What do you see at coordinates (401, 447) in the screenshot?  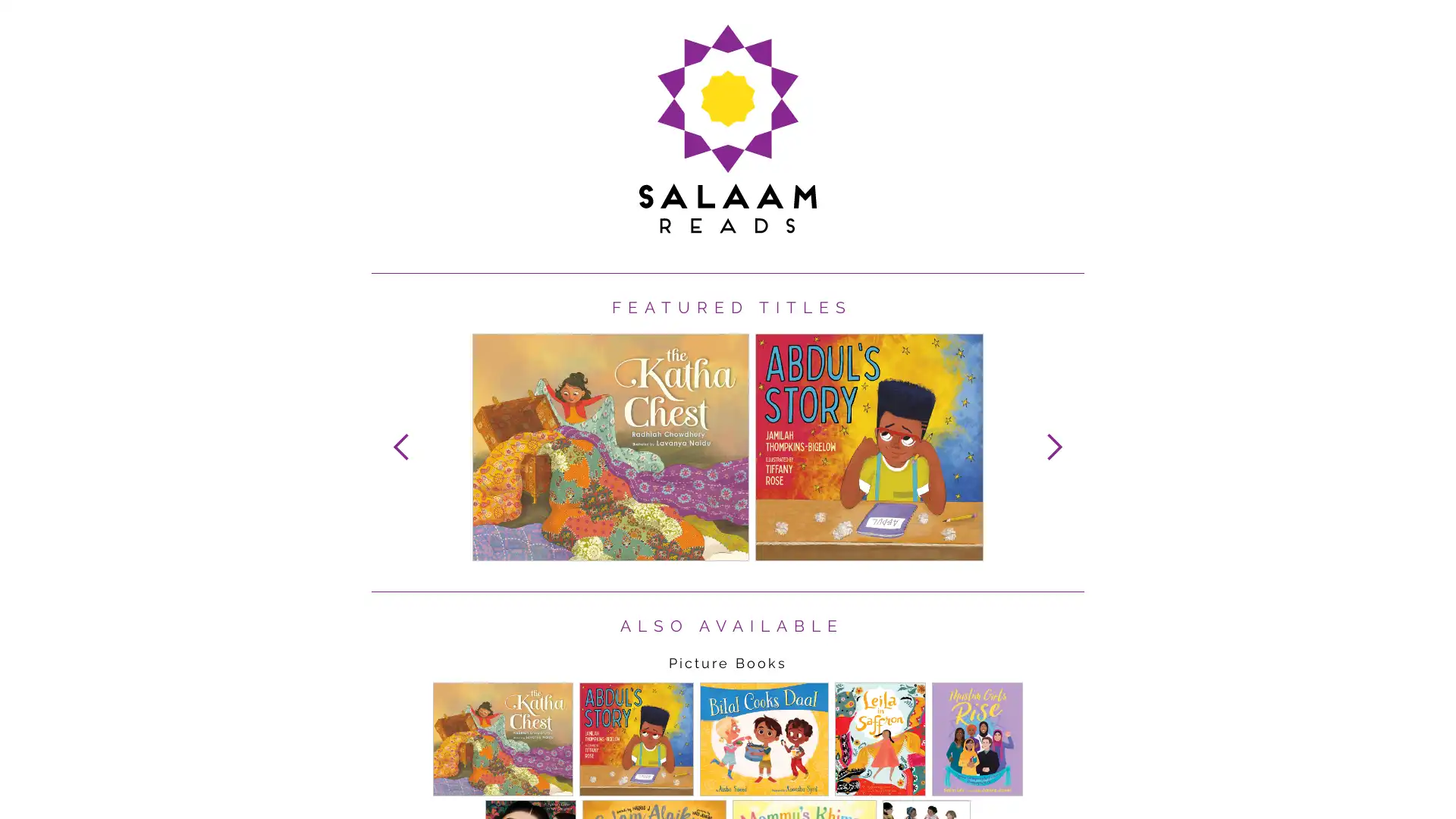 I see `previous slide` at bounding box center [401, 447].